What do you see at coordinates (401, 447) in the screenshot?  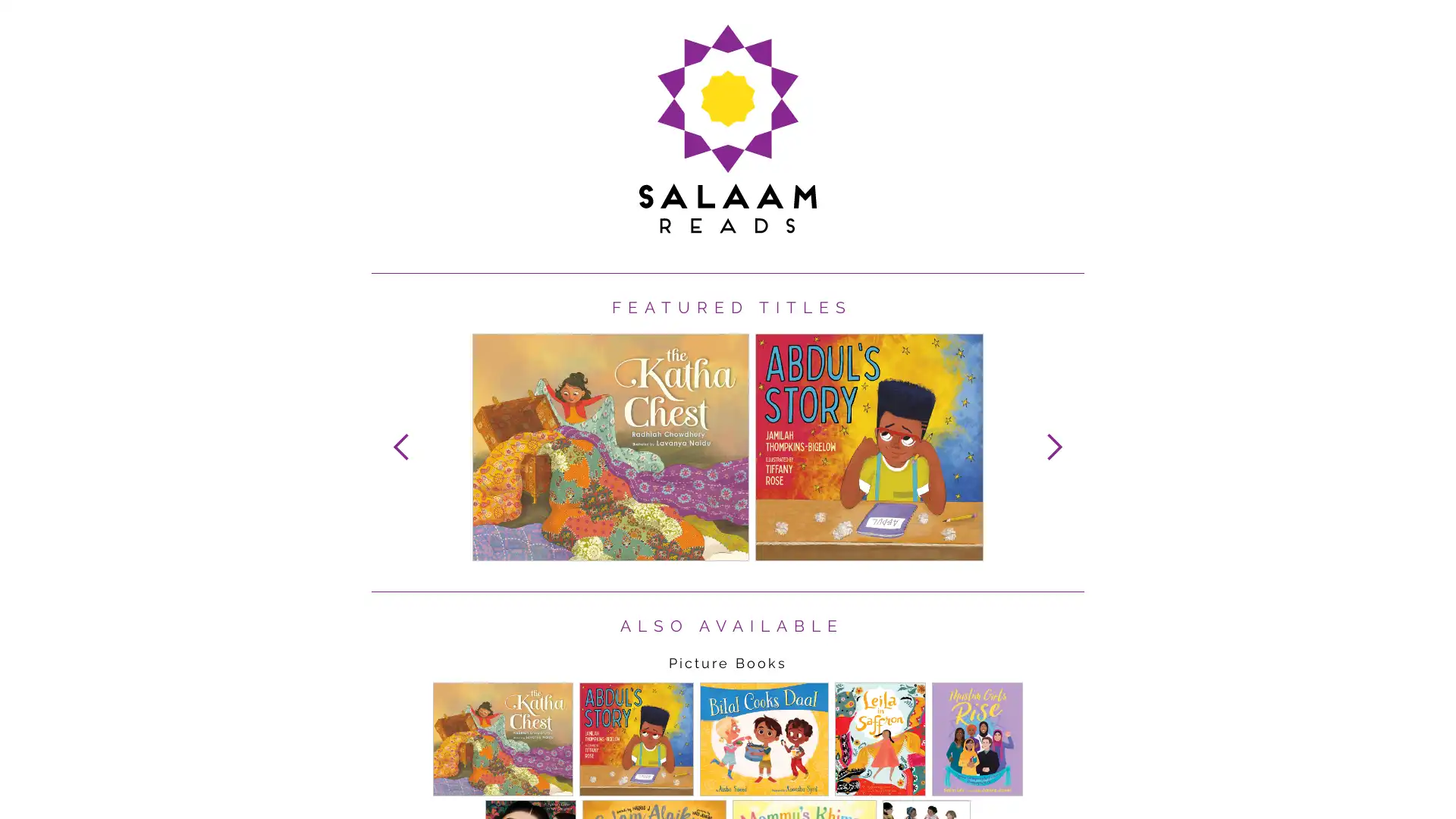 I see `previous slide` at bounding box center [401, 447].